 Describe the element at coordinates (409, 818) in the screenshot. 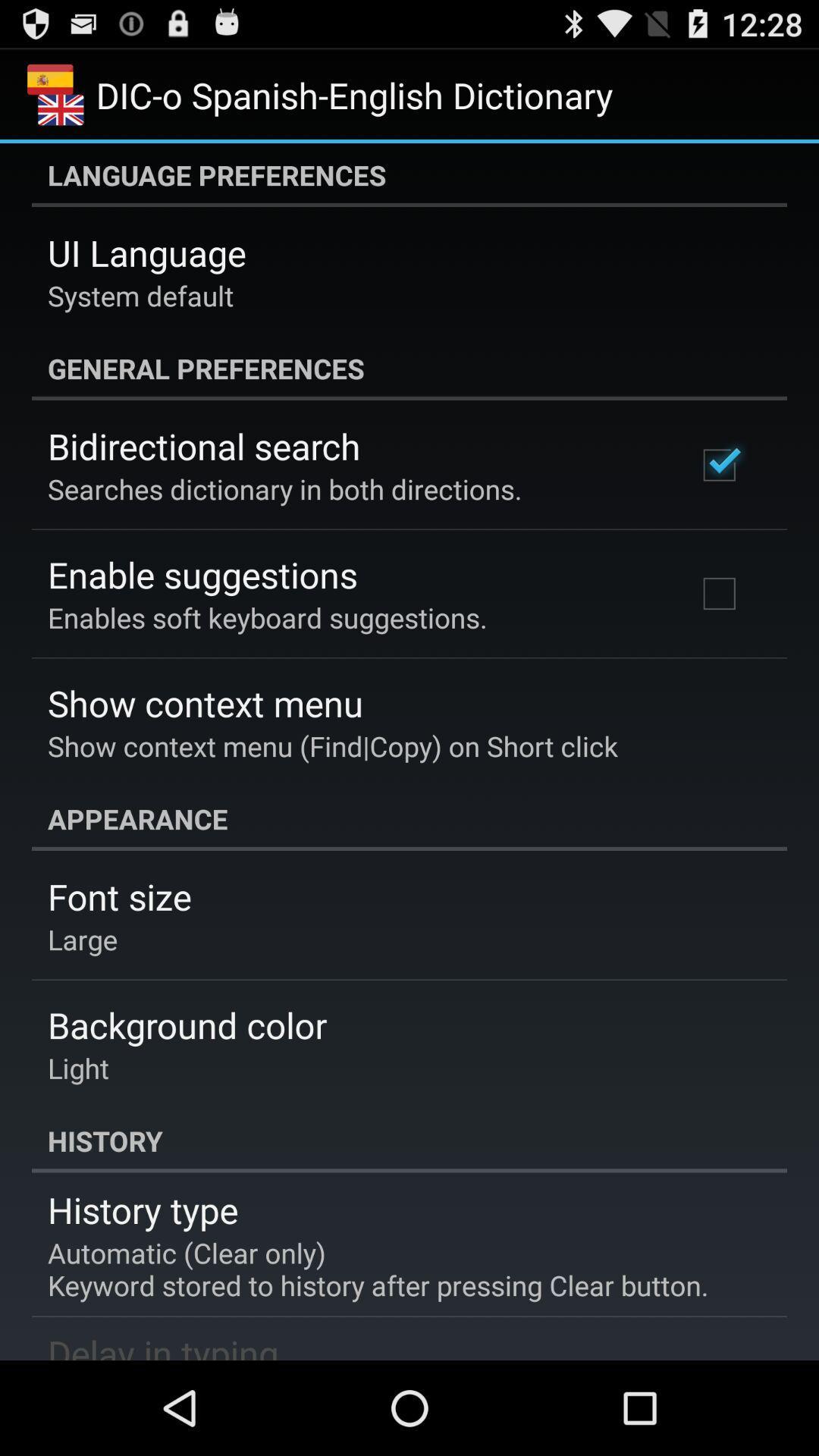

I see `icon above the font size` at that location.